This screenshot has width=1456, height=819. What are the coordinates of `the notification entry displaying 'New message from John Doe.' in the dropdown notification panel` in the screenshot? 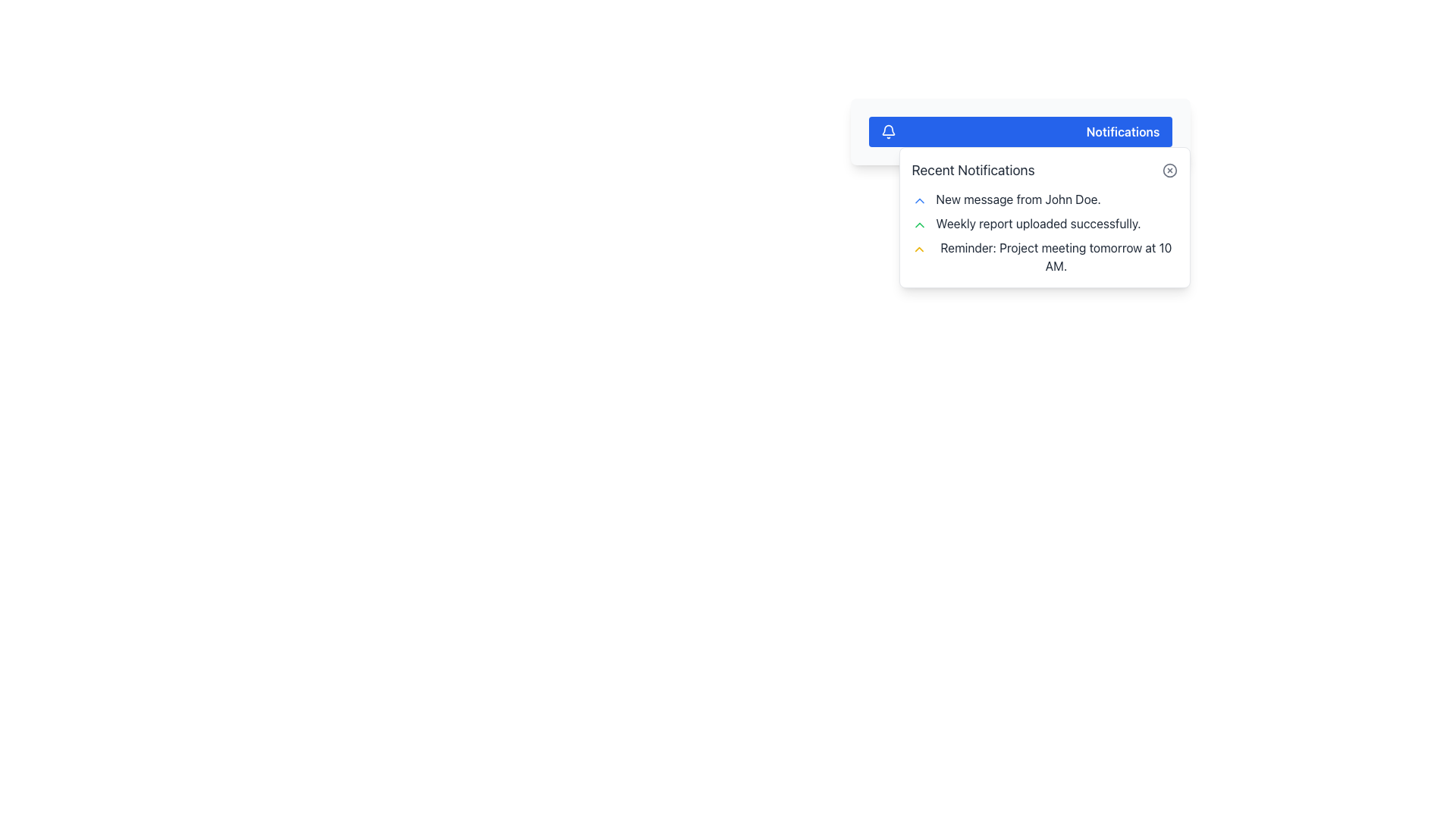 It's located at (1043, 198).